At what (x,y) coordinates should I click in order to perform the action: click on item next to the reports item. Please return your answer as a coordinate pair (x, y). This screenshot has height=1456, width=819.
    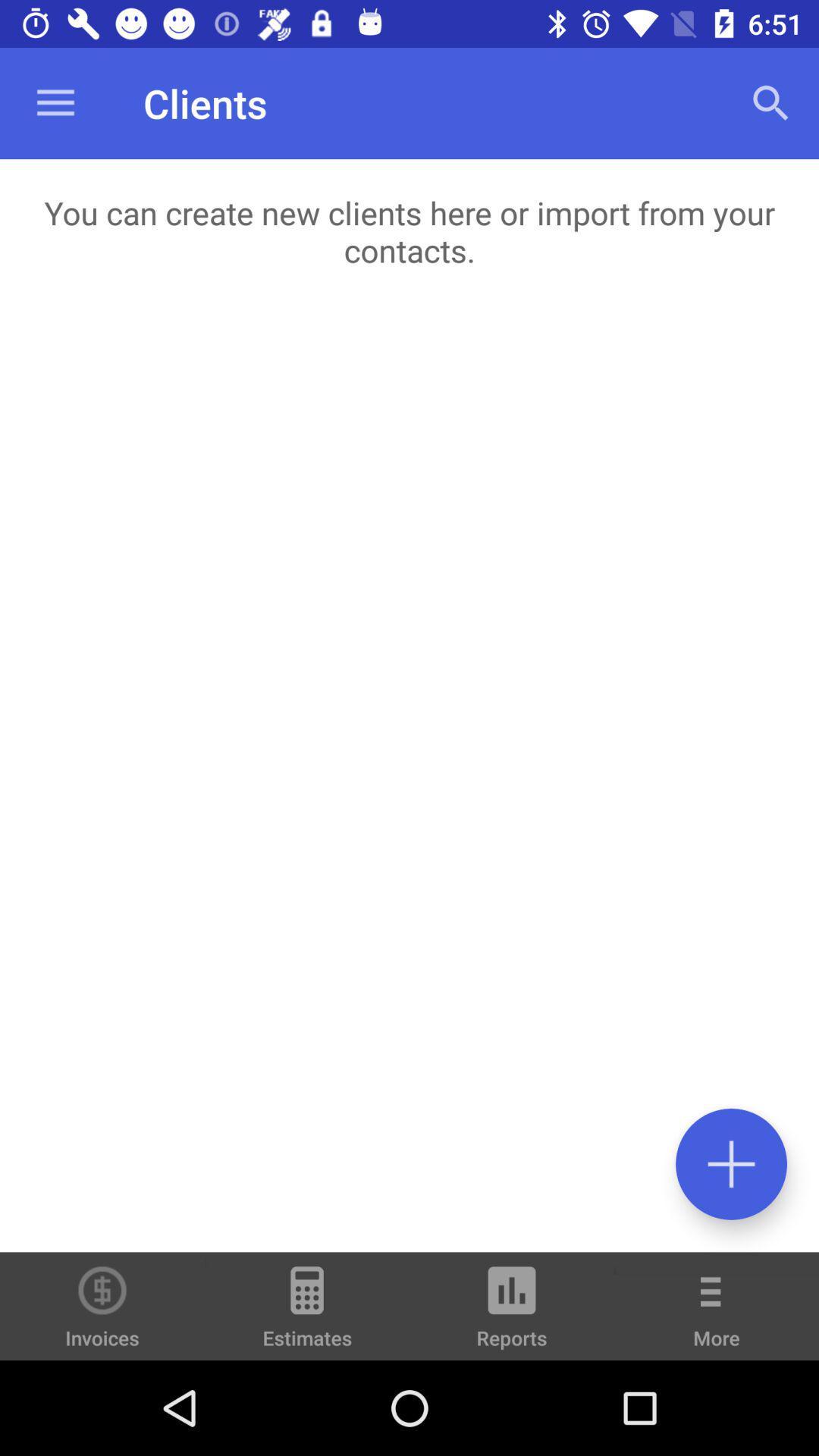
    Looking at the image, I should click on (717, 1316).